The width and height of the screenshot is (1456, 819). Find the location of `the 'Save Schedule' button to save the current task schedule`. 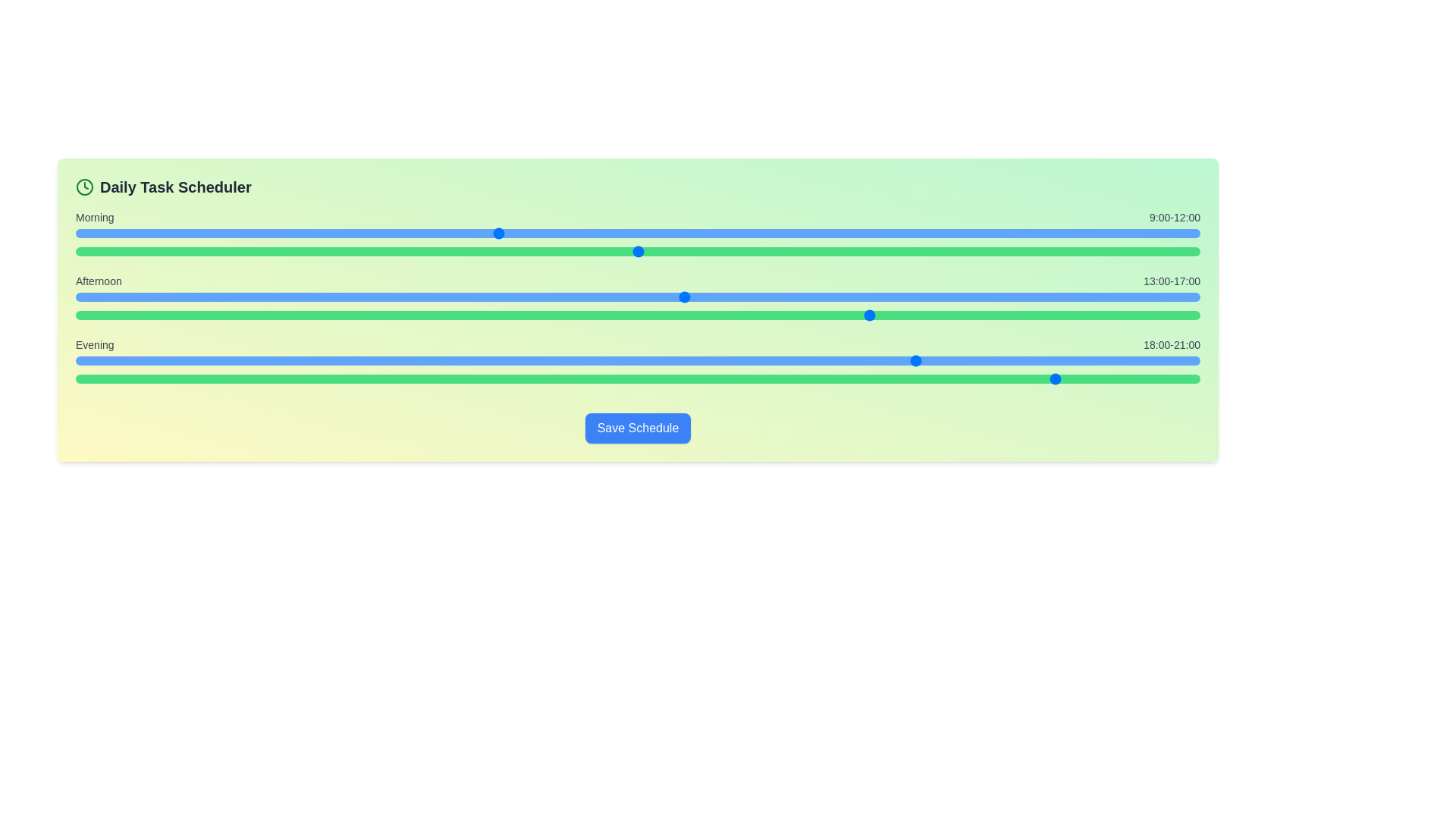

the 'Save Schedule' button to save the current task schedule is located at coordinates (638, 428).